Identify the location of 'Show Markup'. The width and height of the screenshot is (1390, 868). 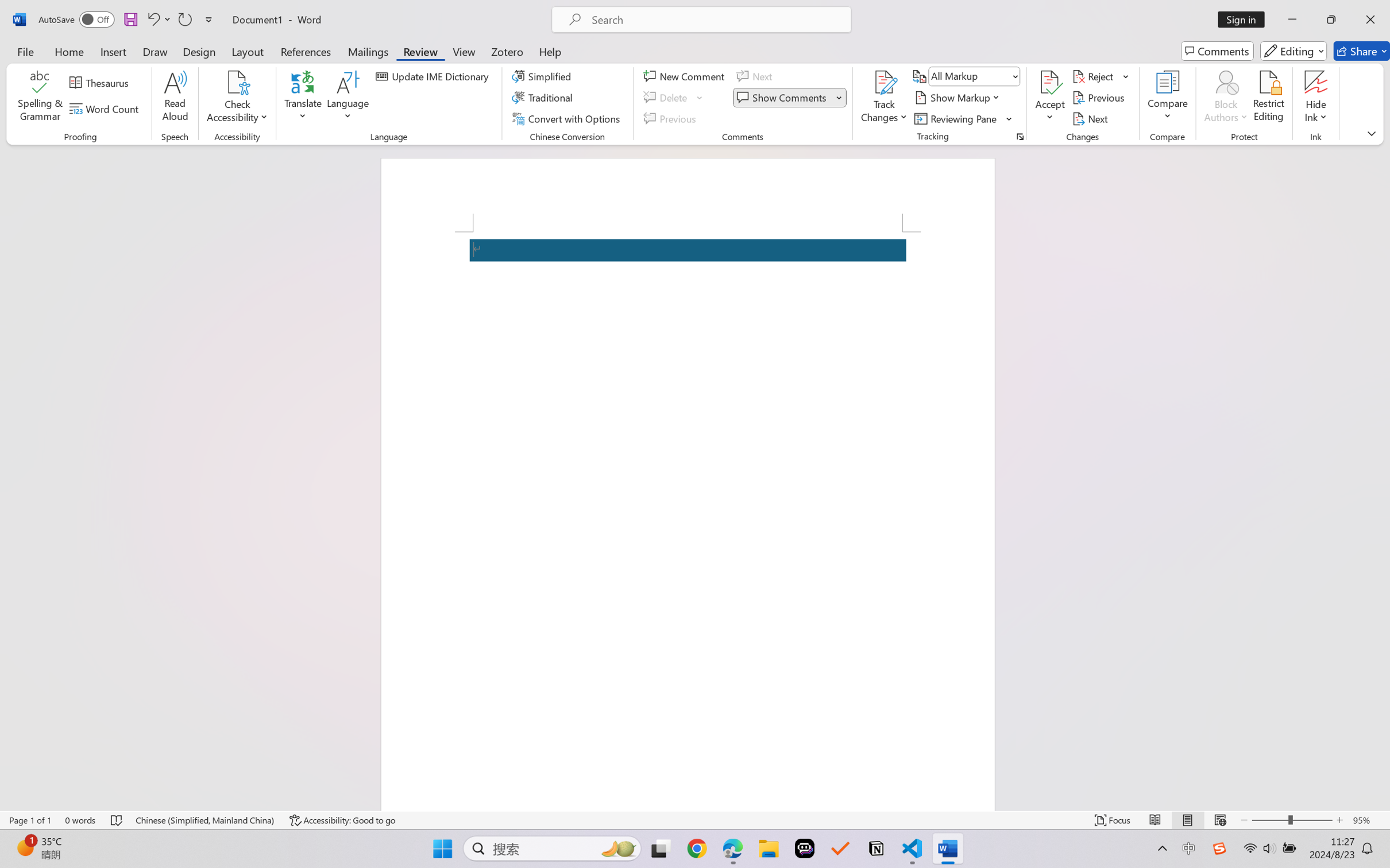
(958, 98).